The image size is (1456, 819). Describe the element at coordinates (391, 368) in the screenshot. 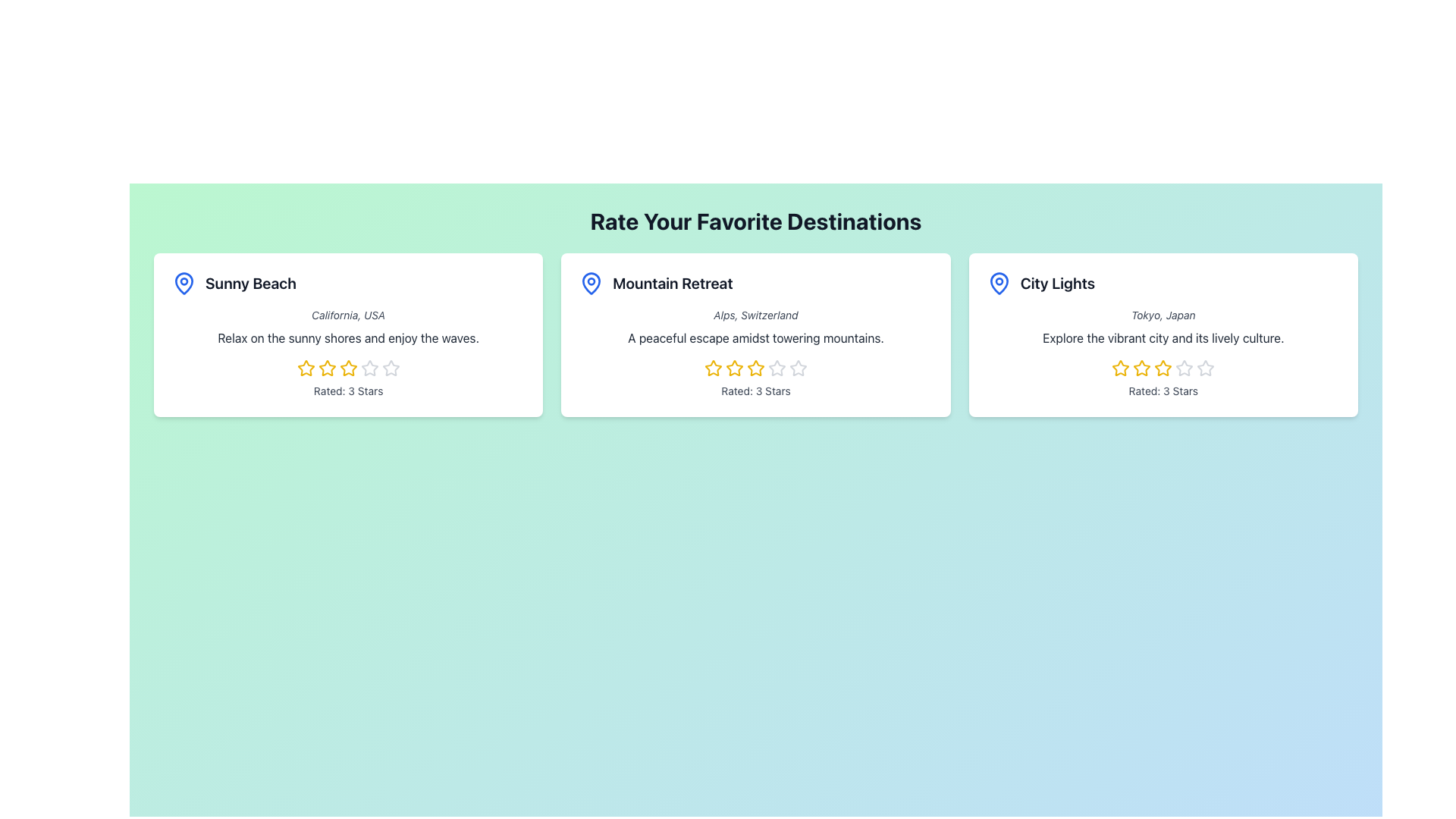

I see `the fifth star icon in the horizontal 5-star rating system for 'Sunny Beach'` at that location.